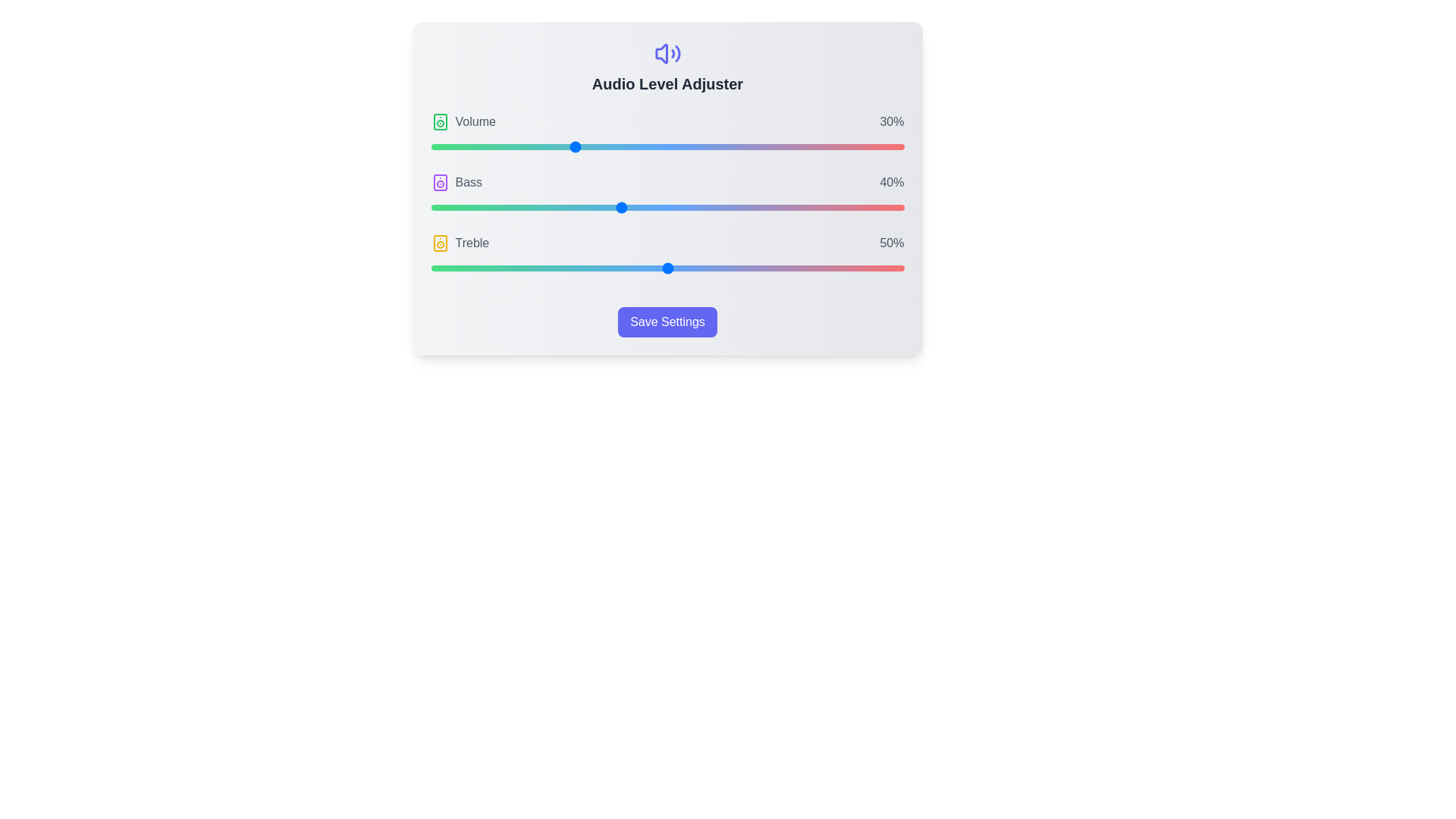 The image size is (1456, 819). I want to click on the Treble slider to 0%, so click(430, 268).